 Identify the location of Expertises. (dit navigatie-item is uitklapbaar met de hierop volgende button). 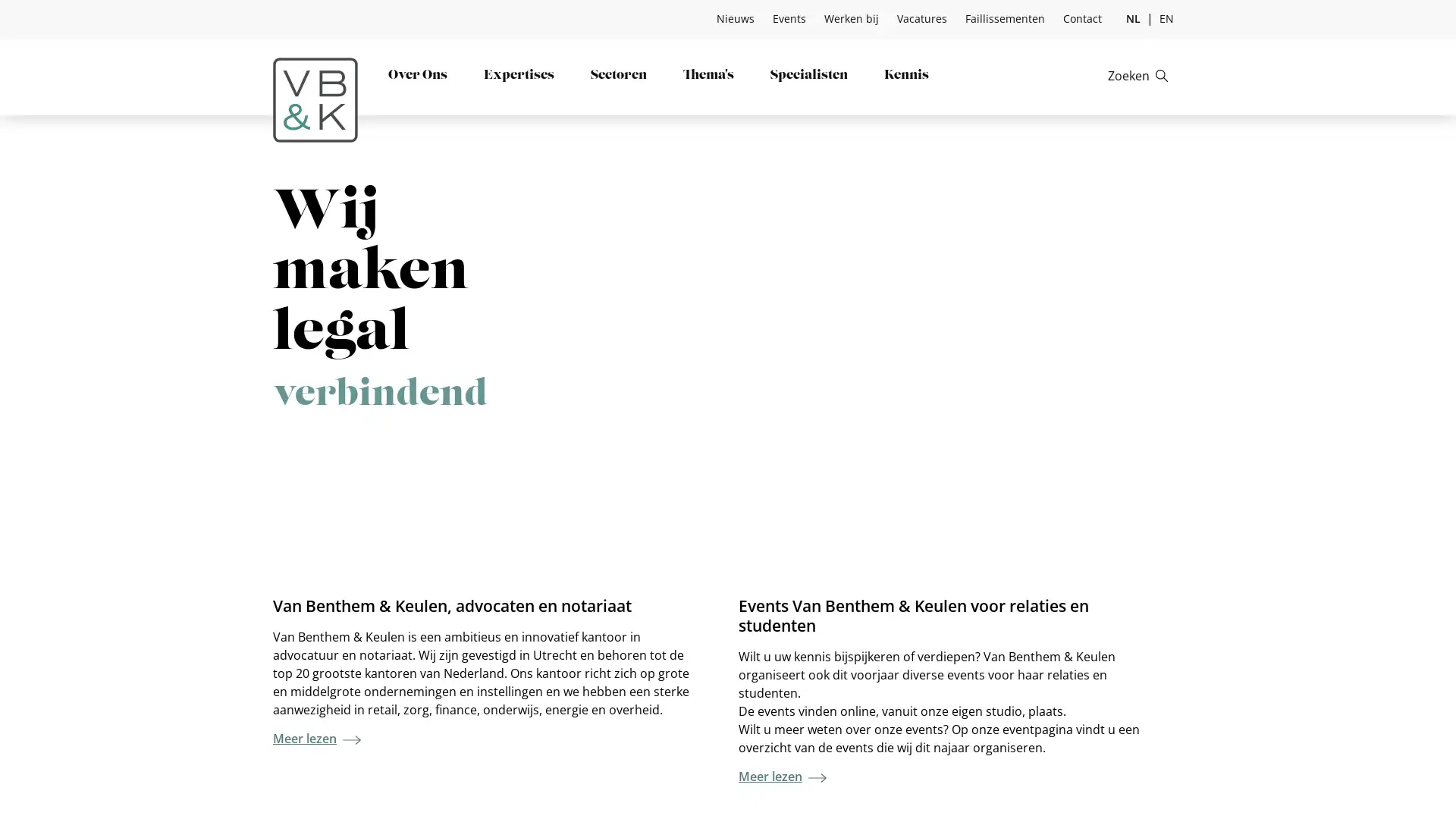
(519, 76).